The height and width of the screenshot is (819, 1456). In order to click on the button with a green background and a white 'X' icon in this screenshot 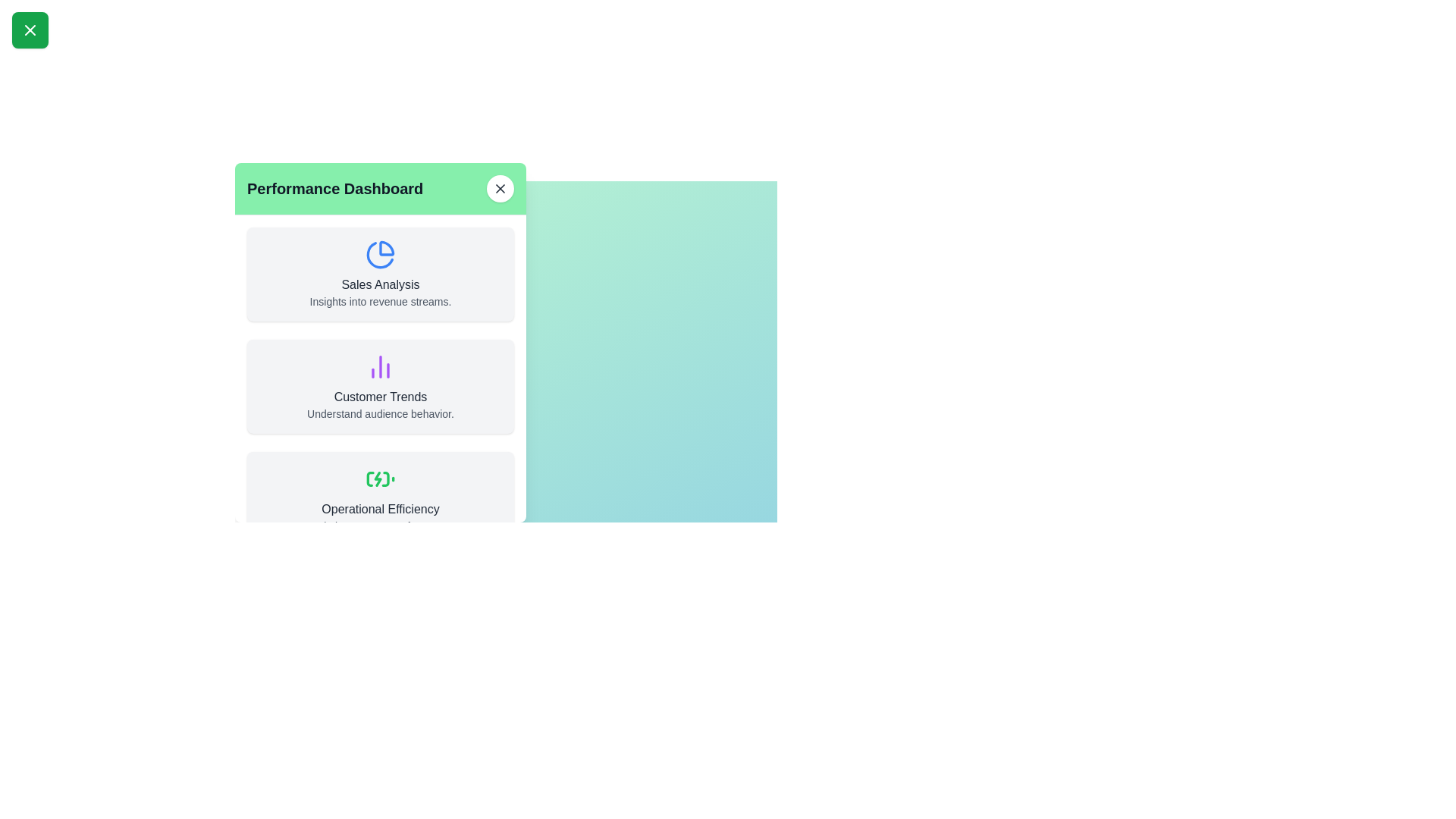, I will do `click(30, 30)`.